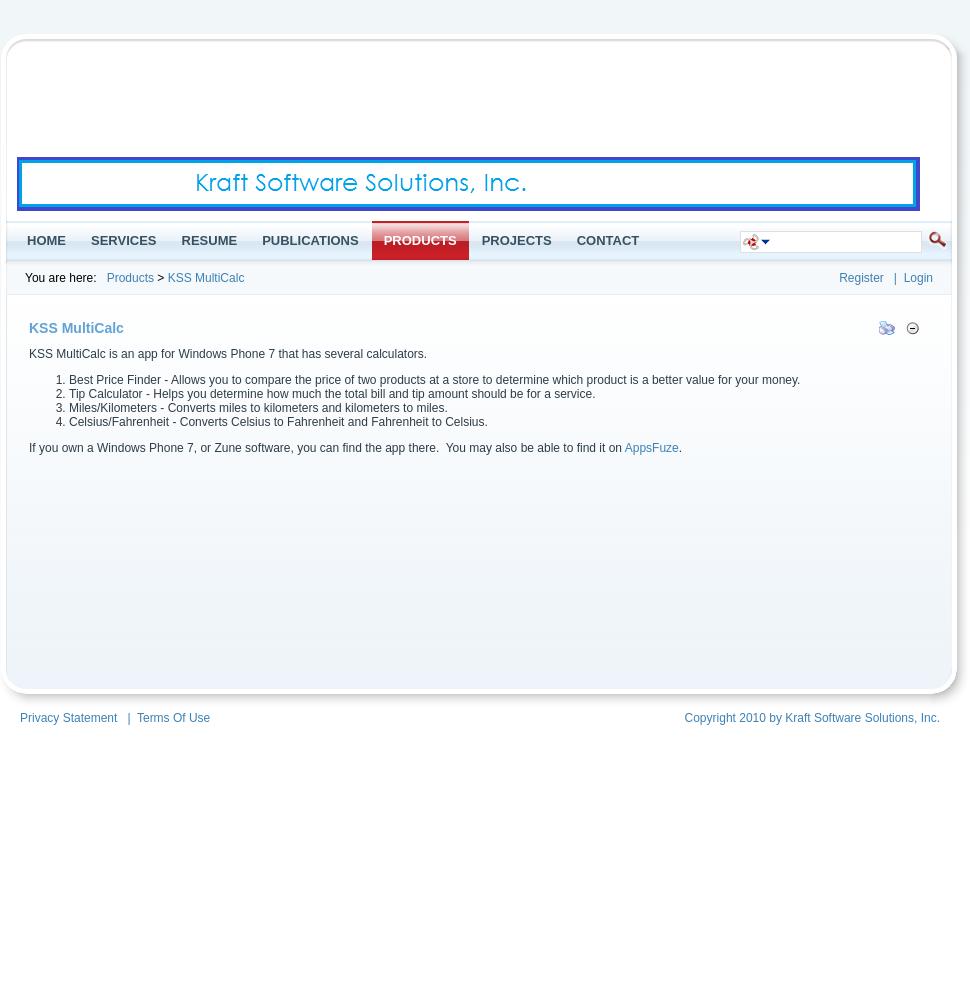 This screenshot has width=970, height=1000. I want to click on 'KSS MultiCalc is an app for Windows Phone 7 that has several calculators.', so click(29, 353).